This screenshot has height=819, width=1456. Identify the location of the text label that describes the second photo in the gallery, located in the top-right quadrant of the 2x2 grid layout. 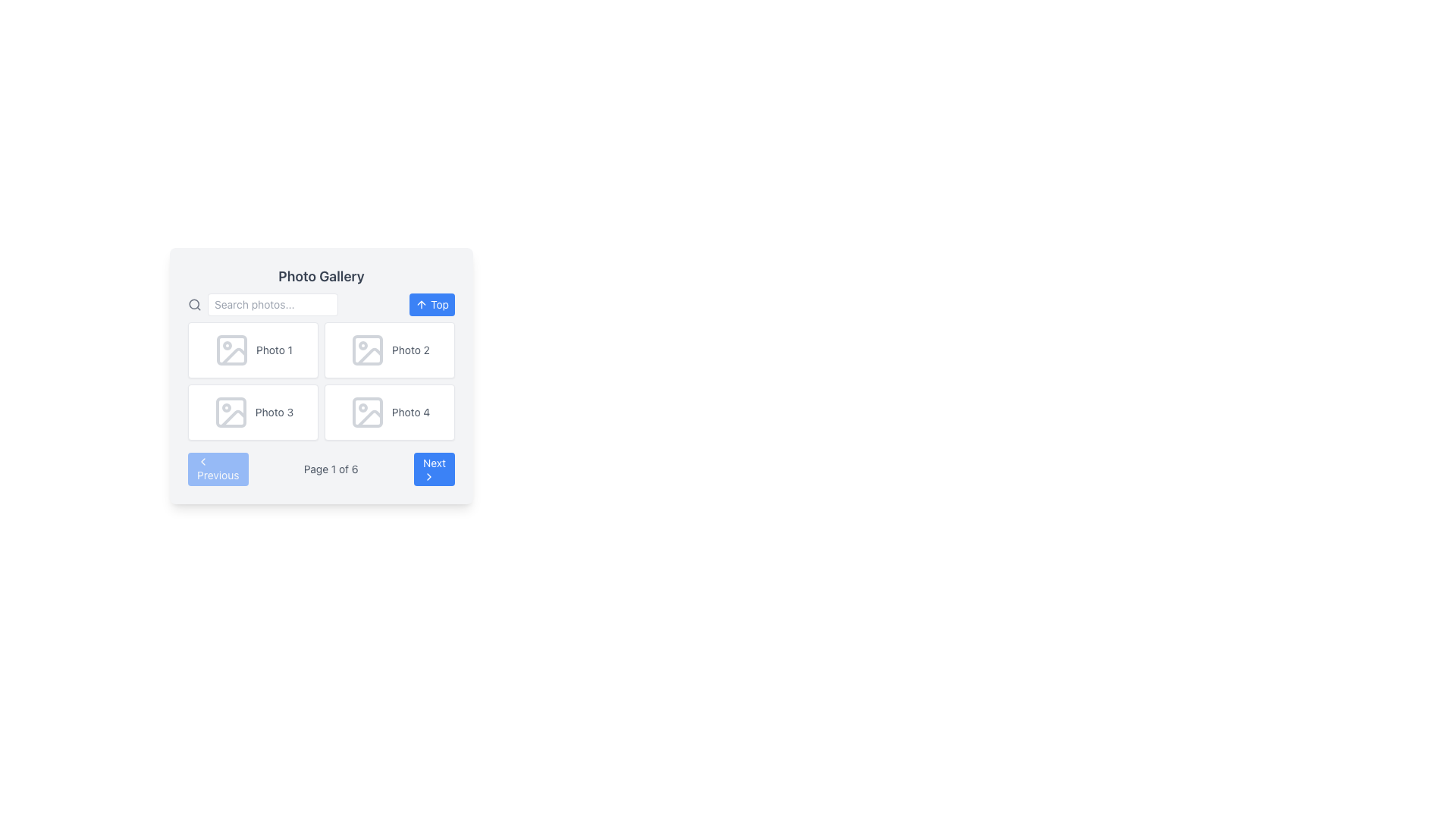
(411, 350).